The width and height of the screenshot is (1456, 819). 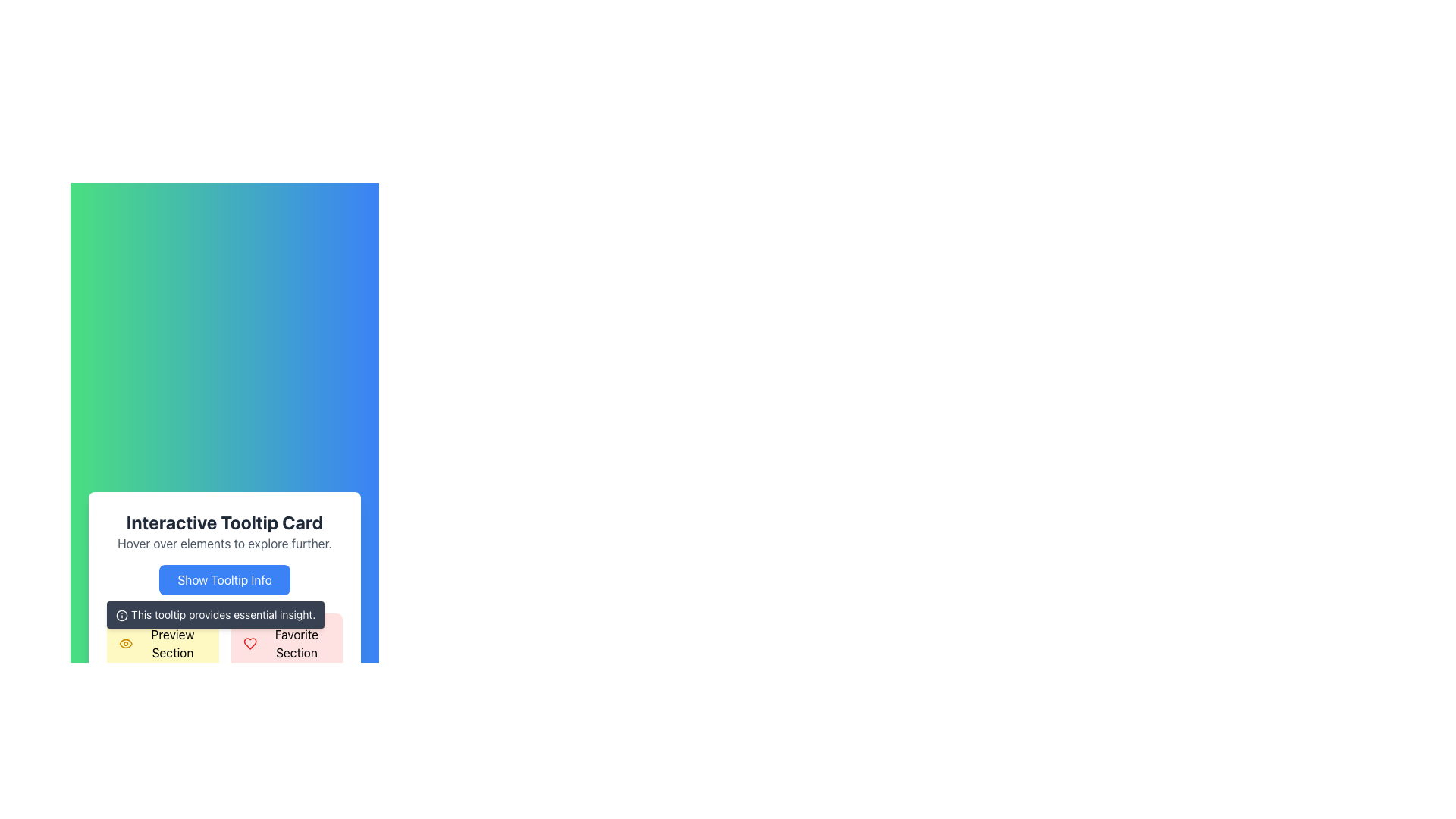 What do you see at coordinates (224, 620) in the screenshot?
I see `the tooltip message with dark gray background and white text that reads 'This tooltip provides essential insight.' located beneath the blue button labeled 'Show Tooltip Info'` at bounding box center [224, 620].